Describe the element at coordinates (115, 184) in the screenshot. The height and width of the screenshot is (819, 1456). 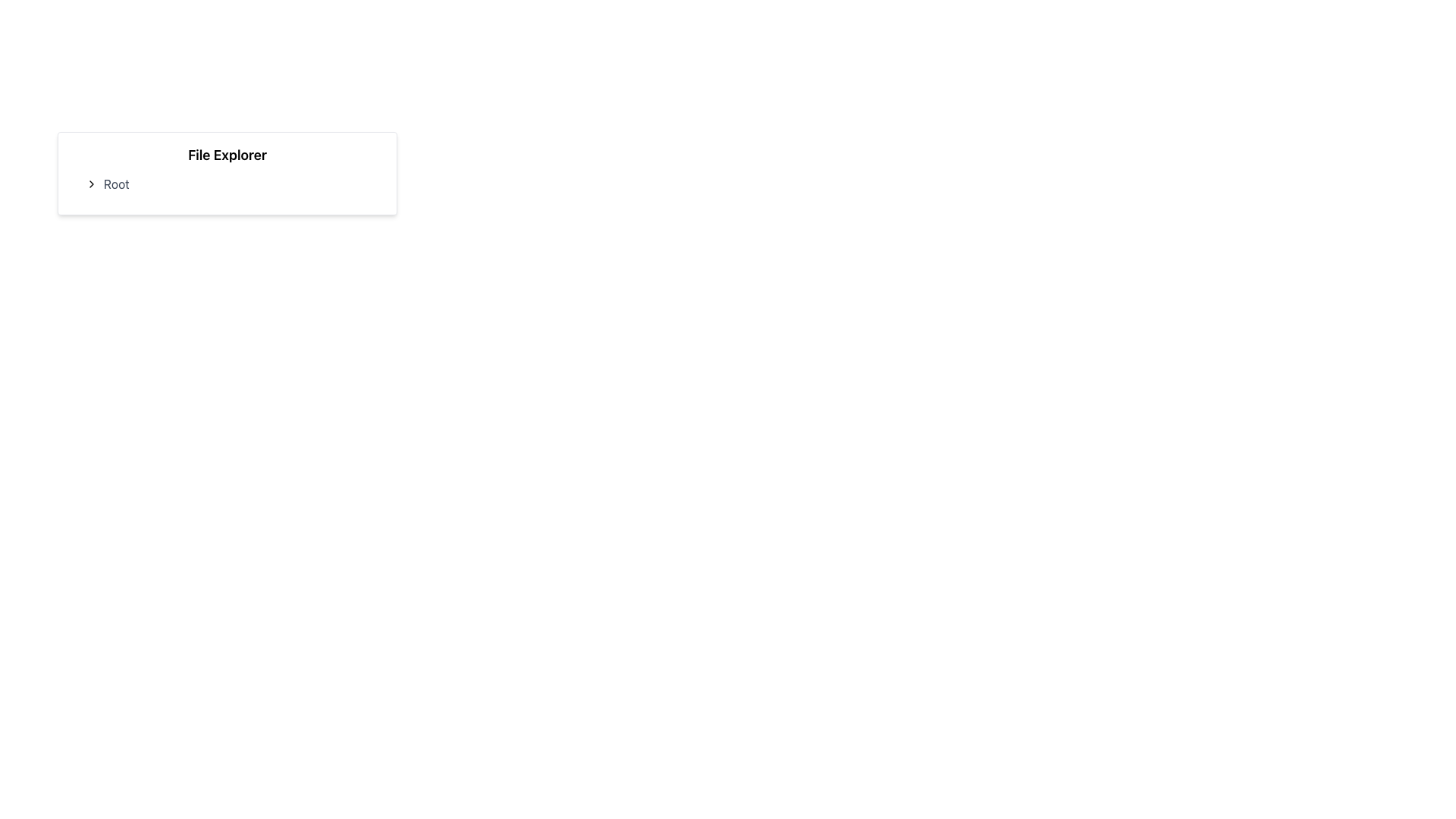
I see `the text label displaying 'Root', which is styled in gray and located within a menu structure, adjacent to a small chevron icon` at that location.